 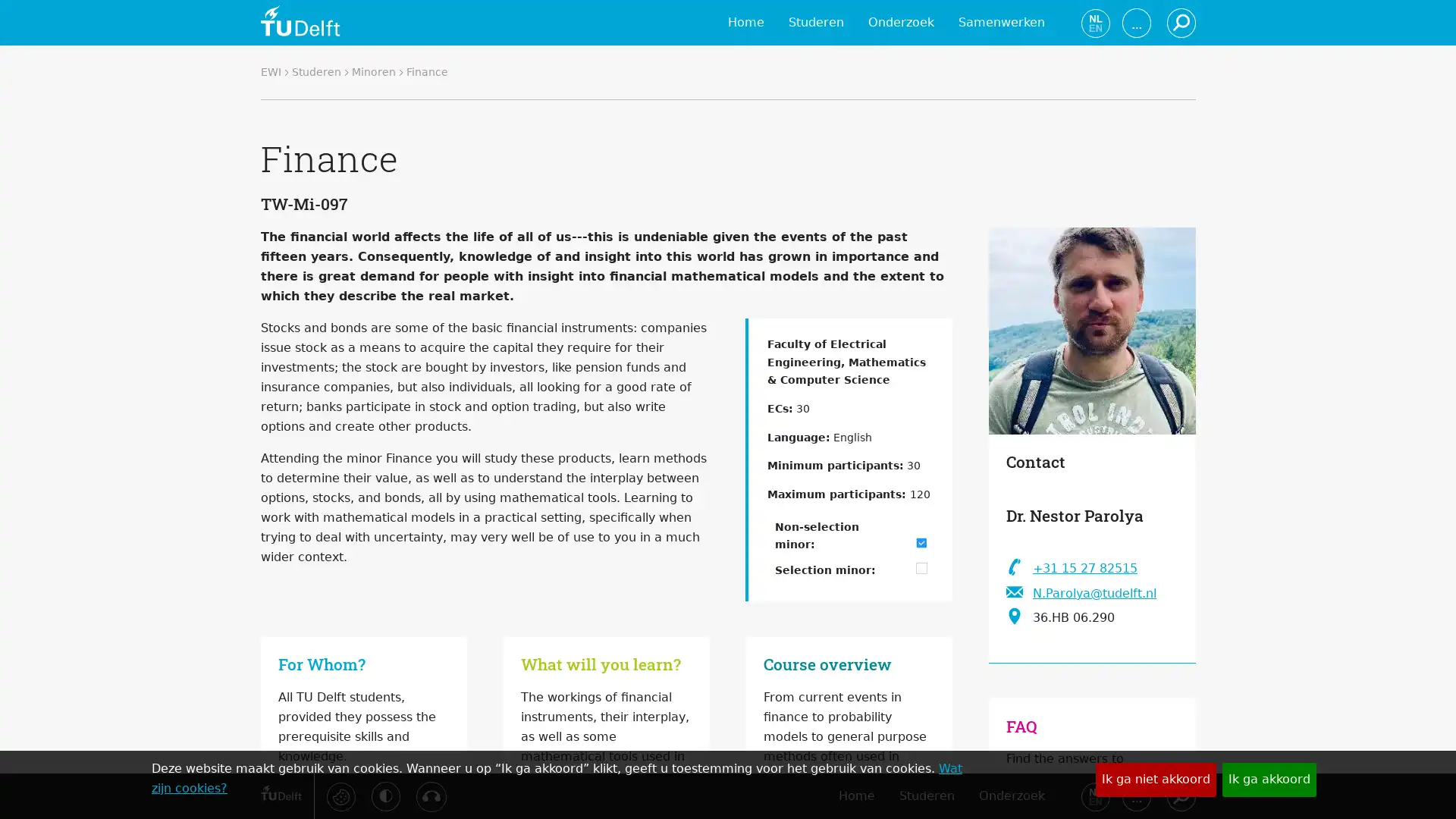 What do you see at coordinates (385, 795) in the screenshot?
I see `Activeer hoog contrast` at bounding box center [385, 795].